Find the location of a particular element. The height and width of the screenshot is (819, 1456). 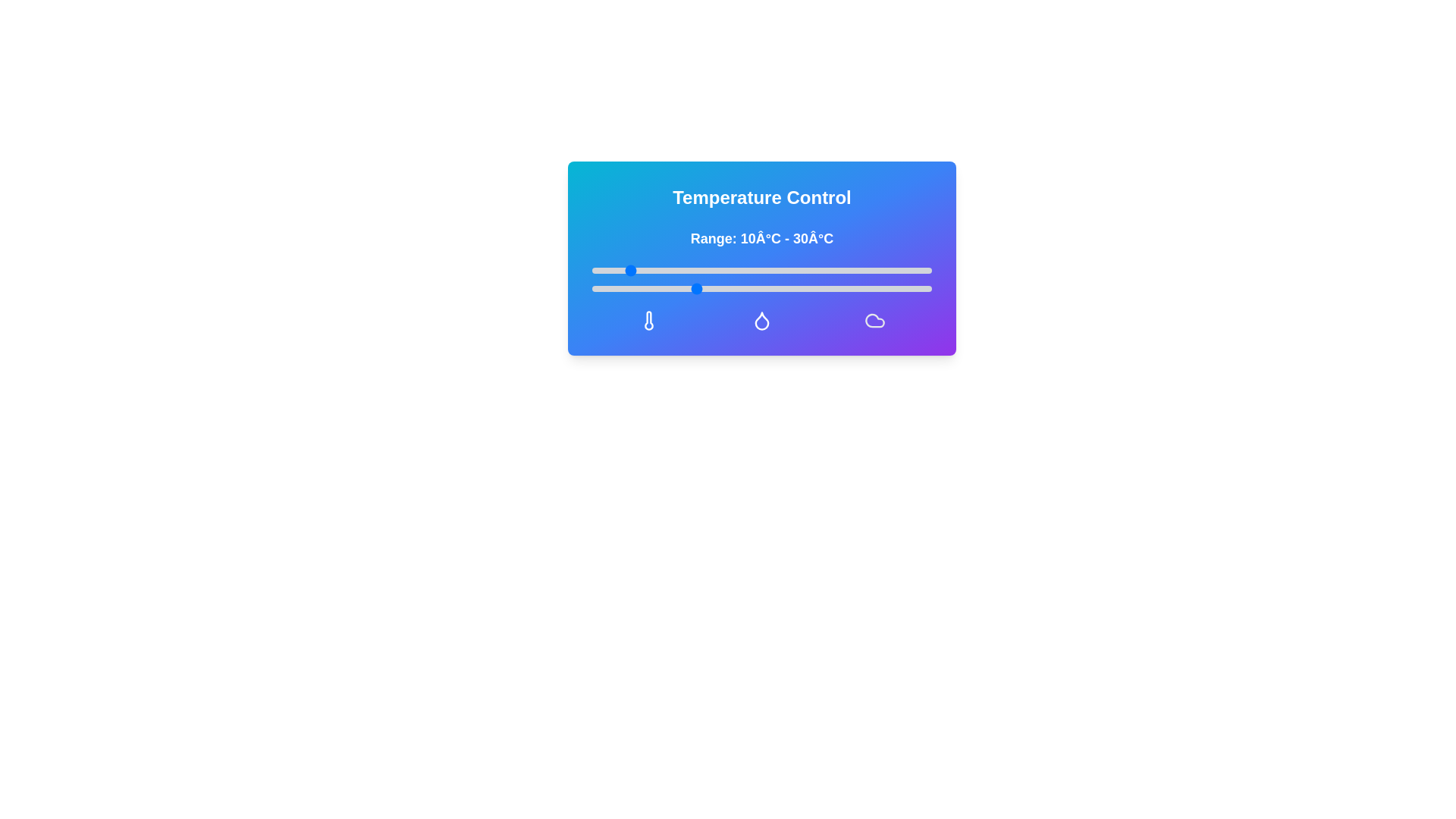

the droplet icon representing a water-level indicator or humidity control option is located at coordinates (761, 320).